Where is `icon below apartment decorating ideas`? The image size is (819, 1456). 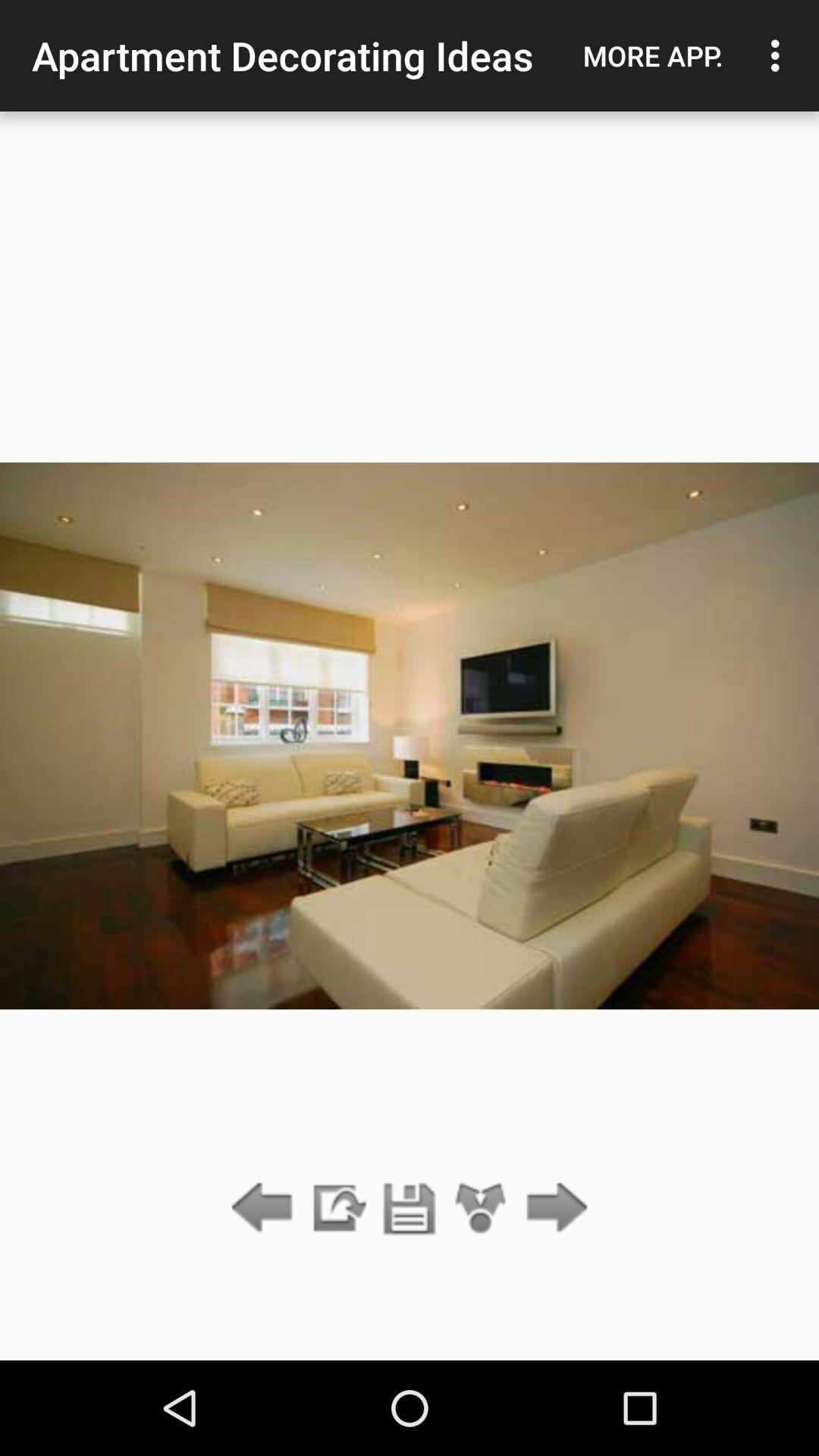
icon below apartment decorating ideas is located at coordinates (481, 1208).